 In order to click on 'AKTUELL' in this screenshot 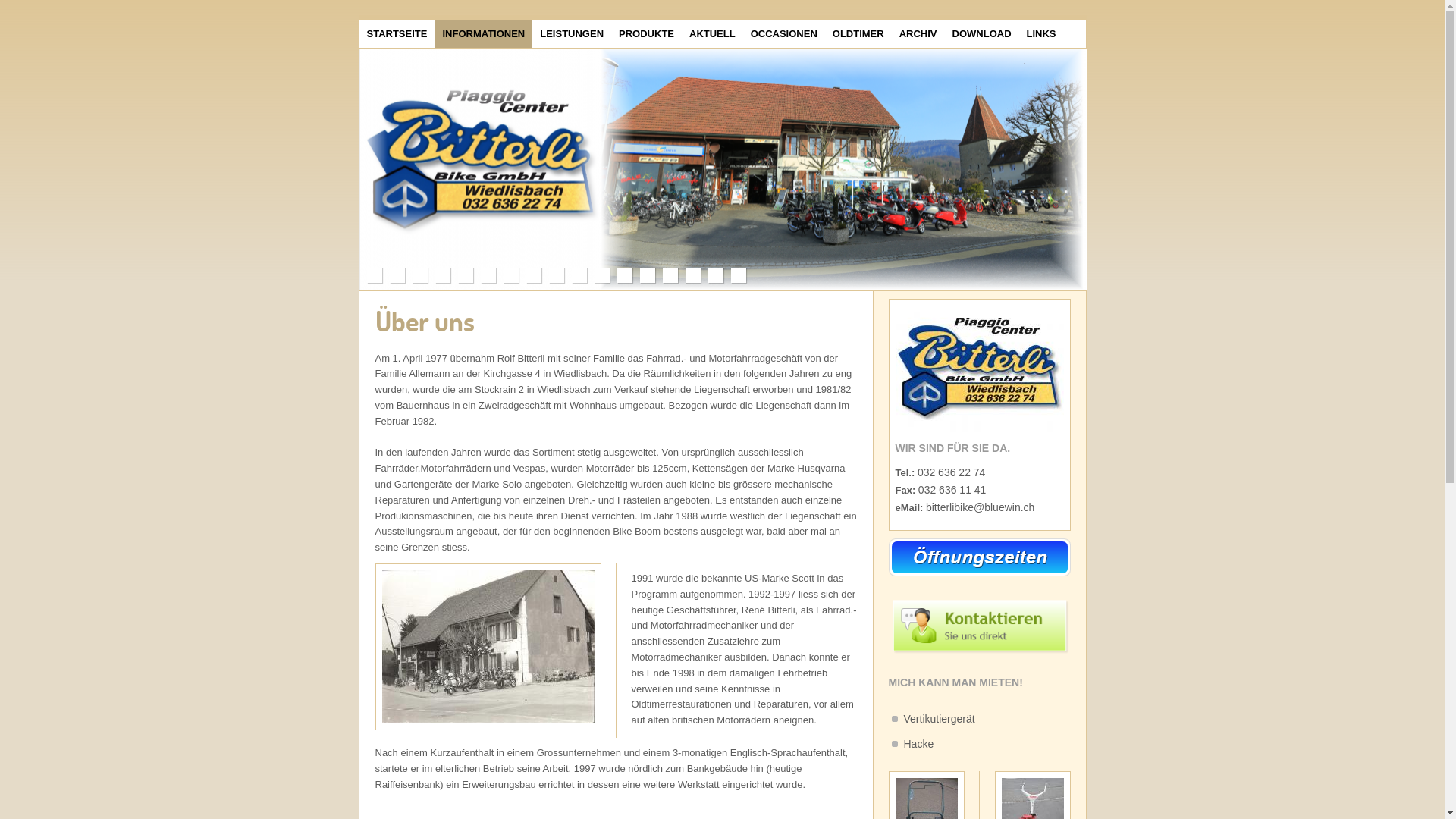, I will do `click(711, 33)`.